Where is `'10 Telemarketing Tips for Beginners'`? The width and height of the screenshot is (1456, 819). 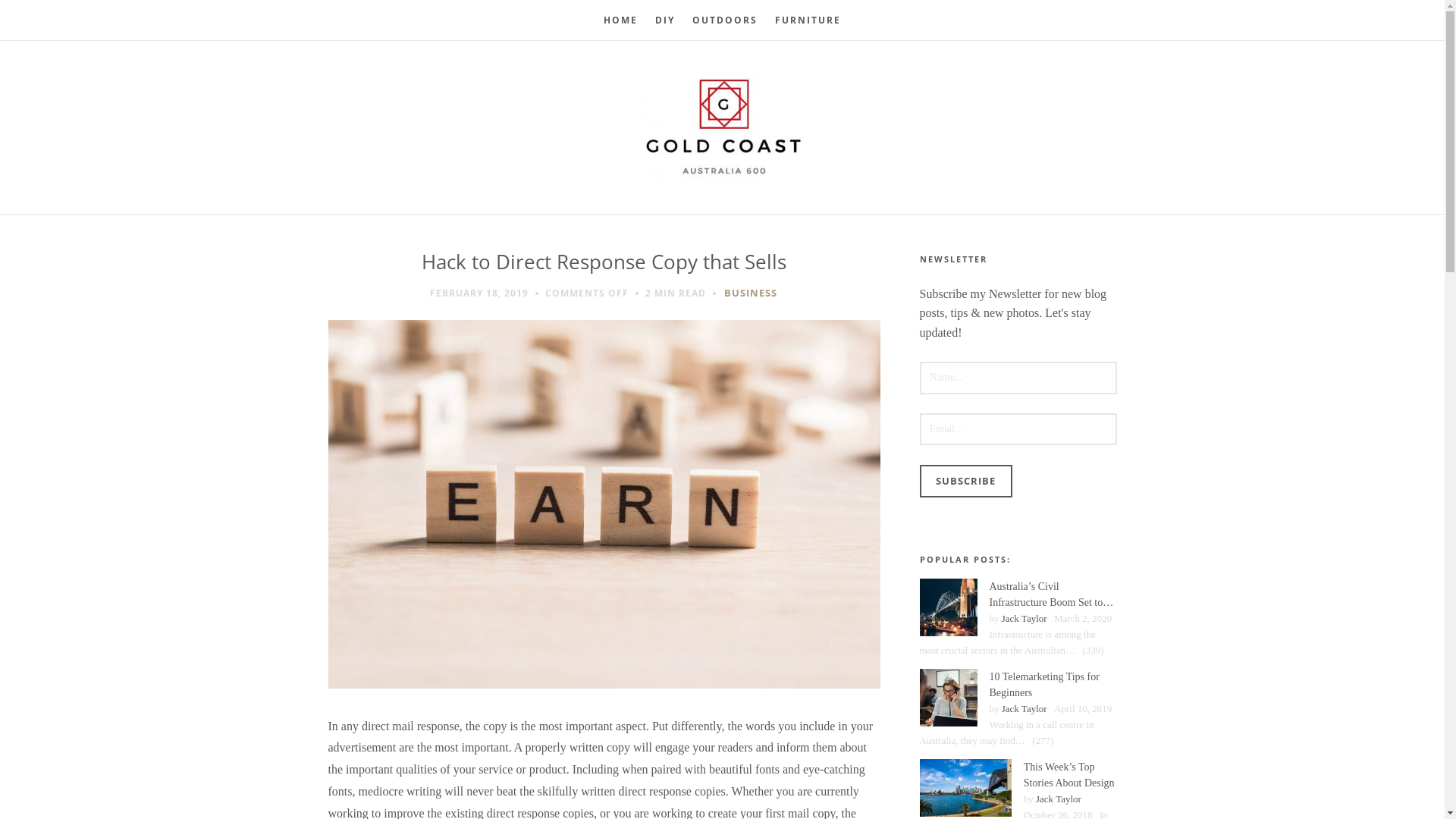
'10 Telemarketing Tips for Beginners' is located at coordinates (946, 698).